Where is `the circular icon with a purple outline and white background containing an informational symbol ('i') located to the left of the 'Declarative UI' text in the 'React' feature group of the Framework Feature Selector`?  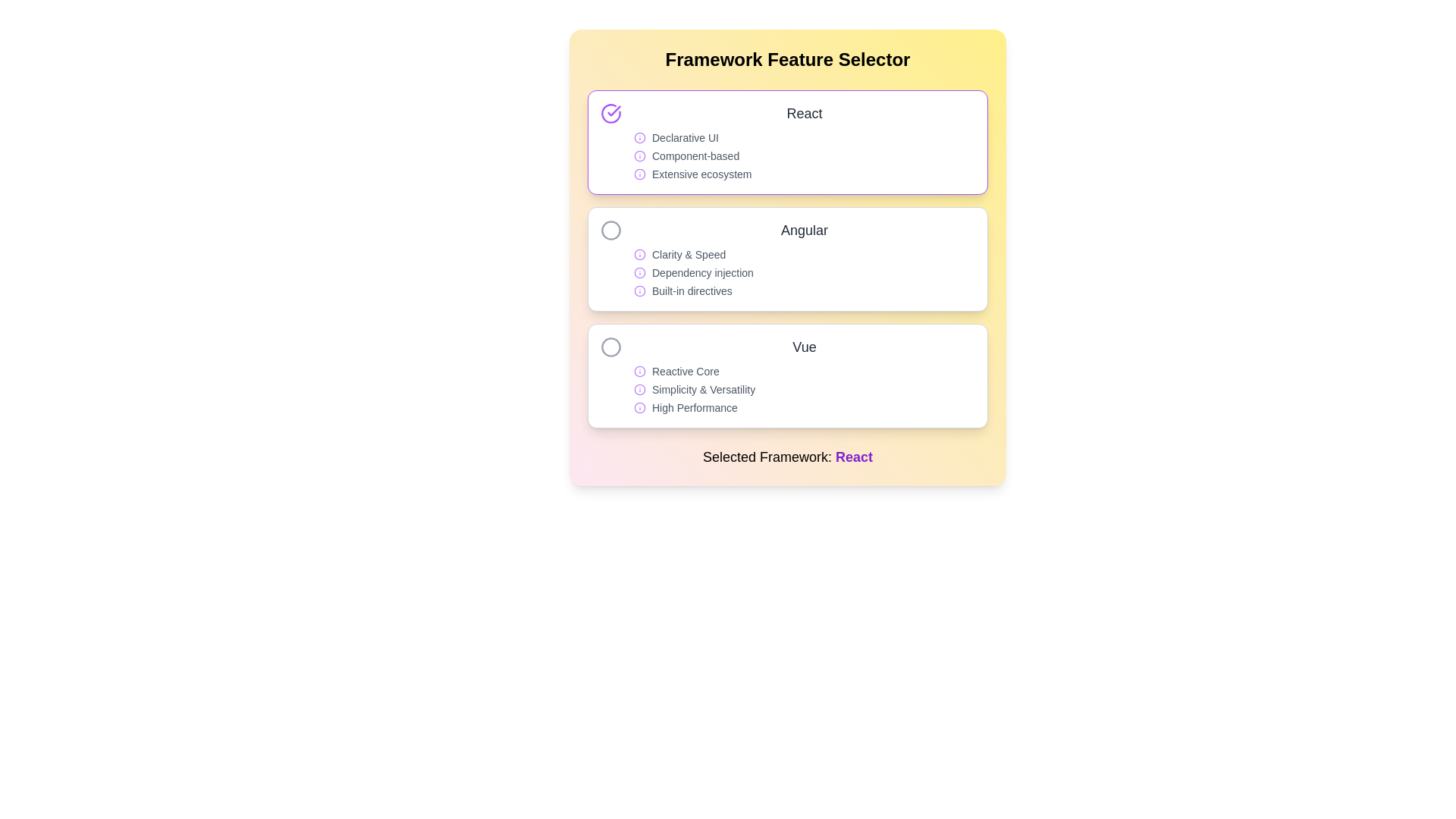
the circular icon with a purple outline and white background containing an informational symbol ('i') located to the left of the 'Declarative UI' text in the 'React' feature group of the Framework Feature Selector is located at coordinates (640, 137).